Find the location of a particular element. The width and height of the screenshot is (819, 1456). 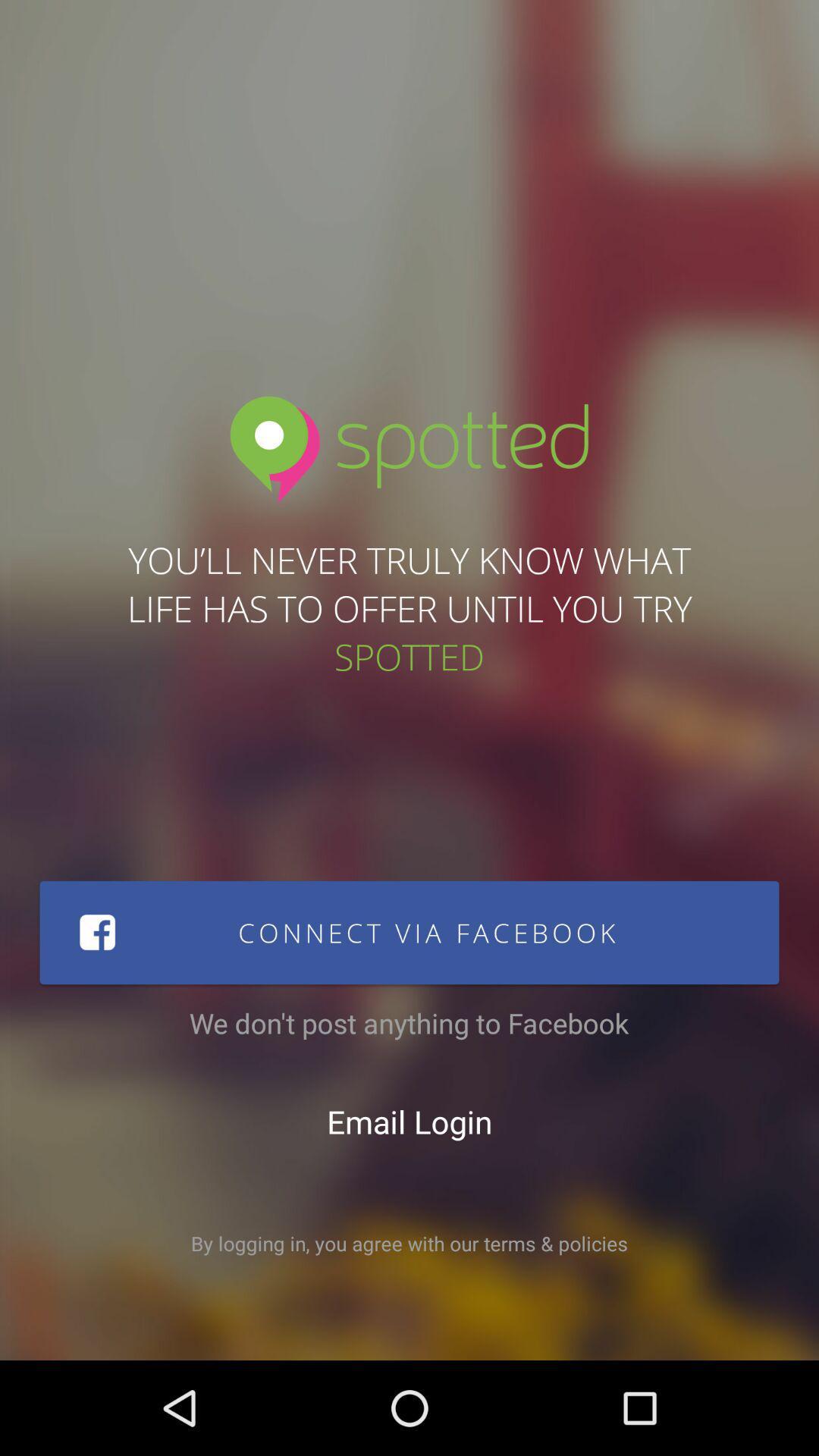

icon below the you ll never item is located at coordinates (409, 931).